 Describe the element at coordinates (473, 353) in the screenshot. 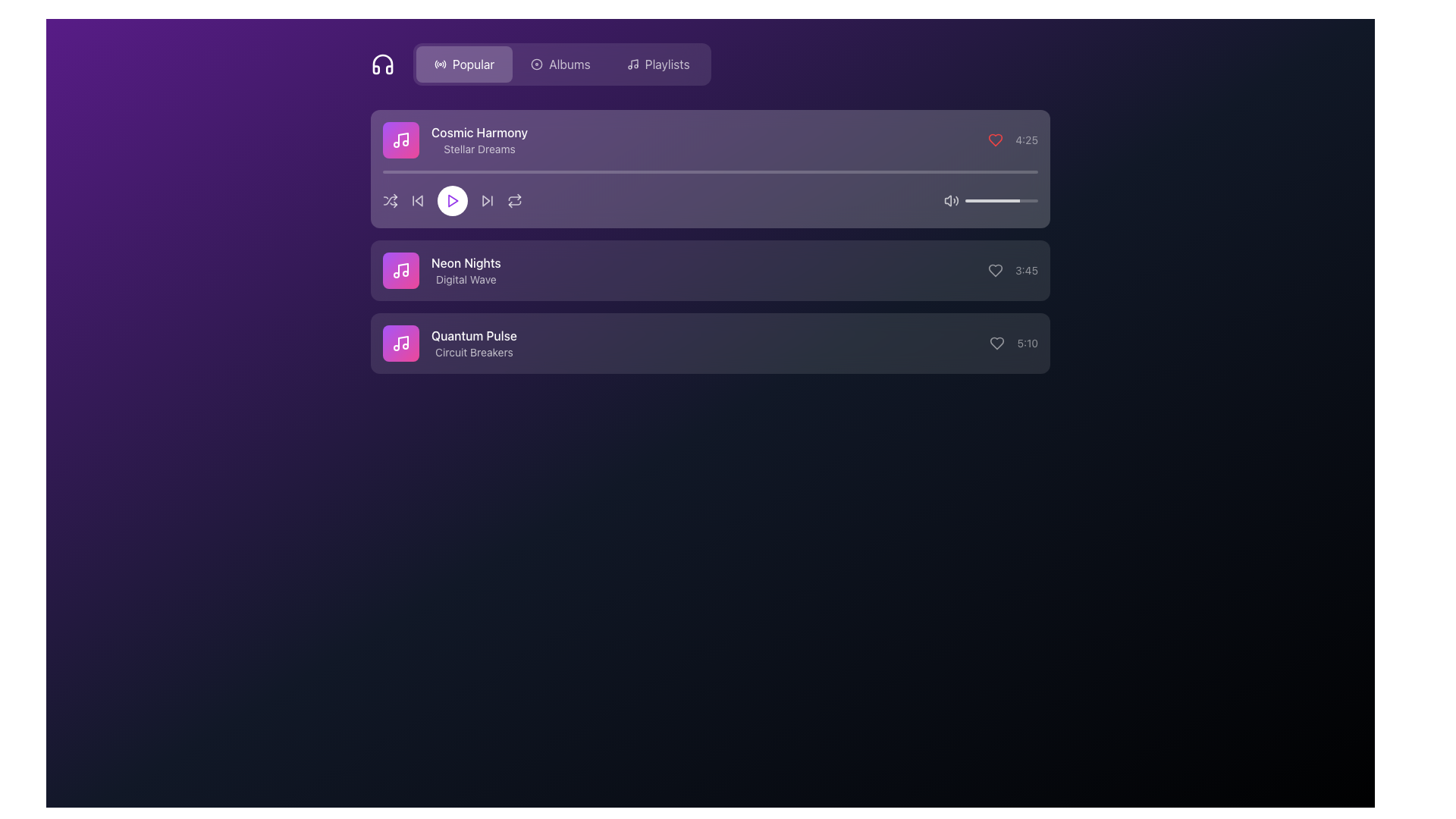

I see `the text label 'Circuit Breakers', which is styled with a smaller font size and semi-transparent white text, located beneath the larger label 'Quantum Pulse' in the third entry of the playlist` at that location.